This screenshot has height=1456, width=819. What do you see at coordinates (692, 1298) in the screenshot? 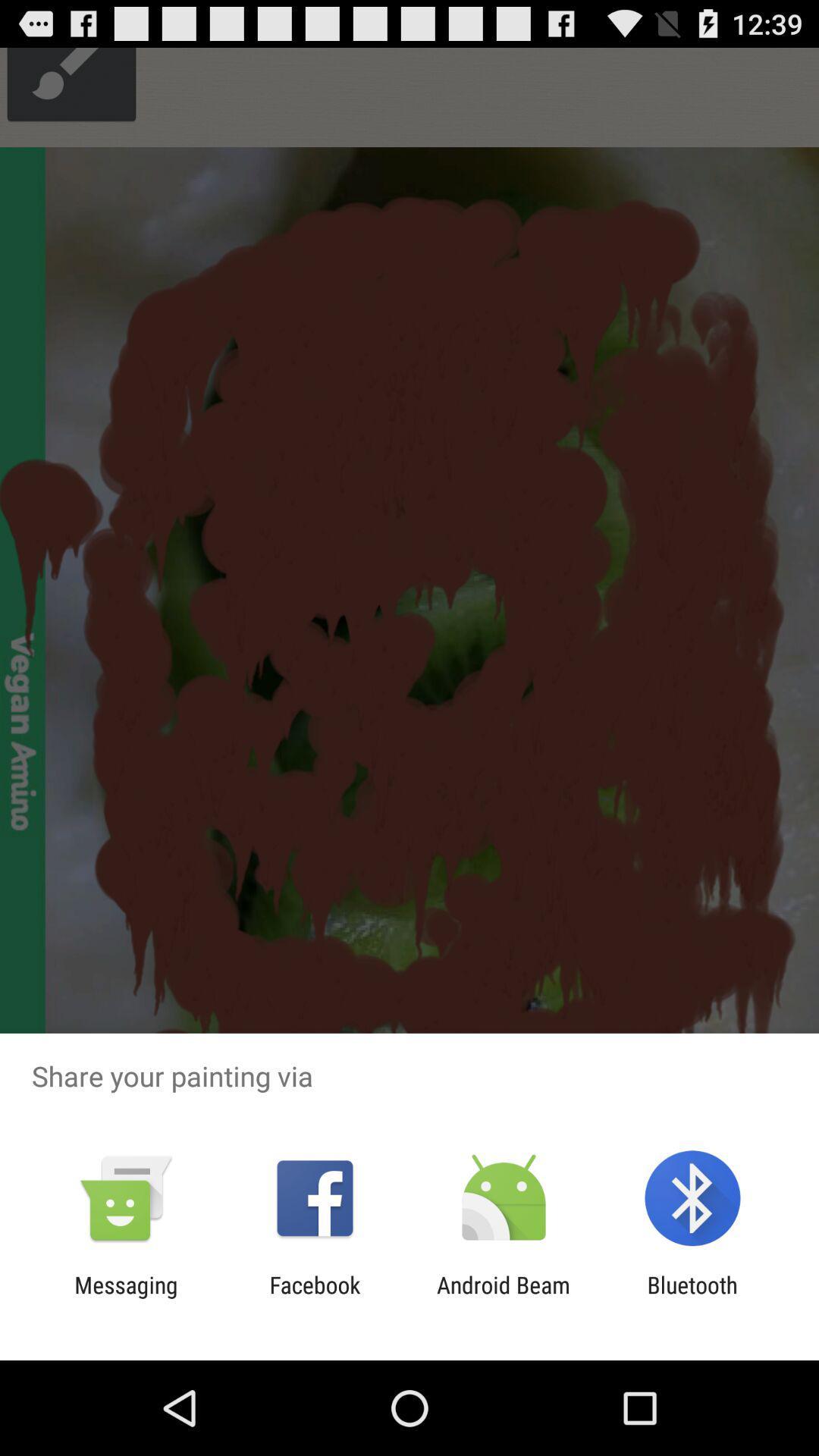
I see `bluetooth icon` at bounding box center [692, 1298].